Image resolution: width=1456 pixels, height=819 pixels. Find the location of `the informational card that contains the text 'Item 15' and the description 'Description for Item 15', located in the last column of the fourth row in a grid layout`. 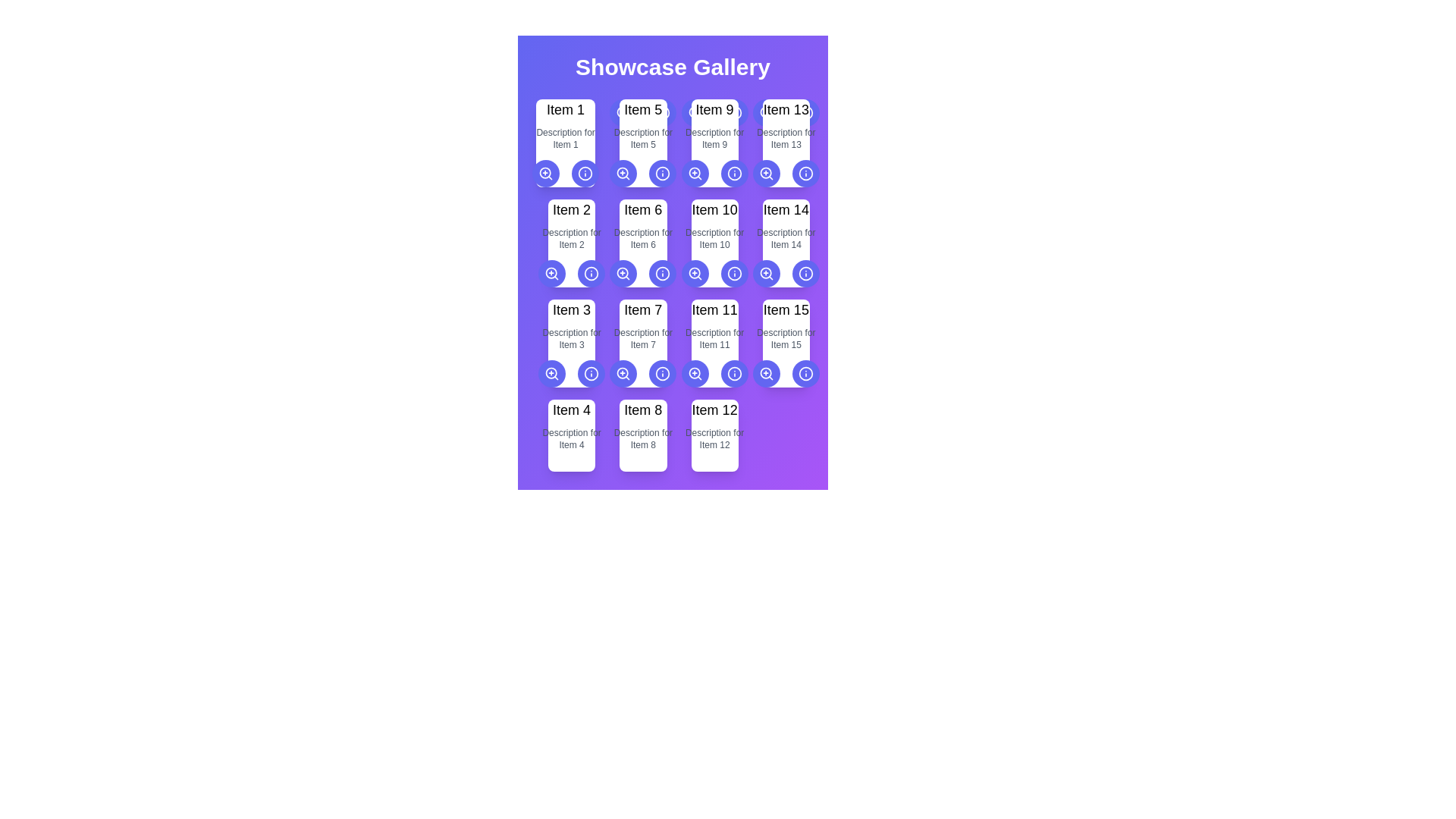

the informational card that contains the text 'Item 15' and the description 'Description for Item 15', located in the last column of the fourth row in a grid layout is located at coordinates (786, 343).